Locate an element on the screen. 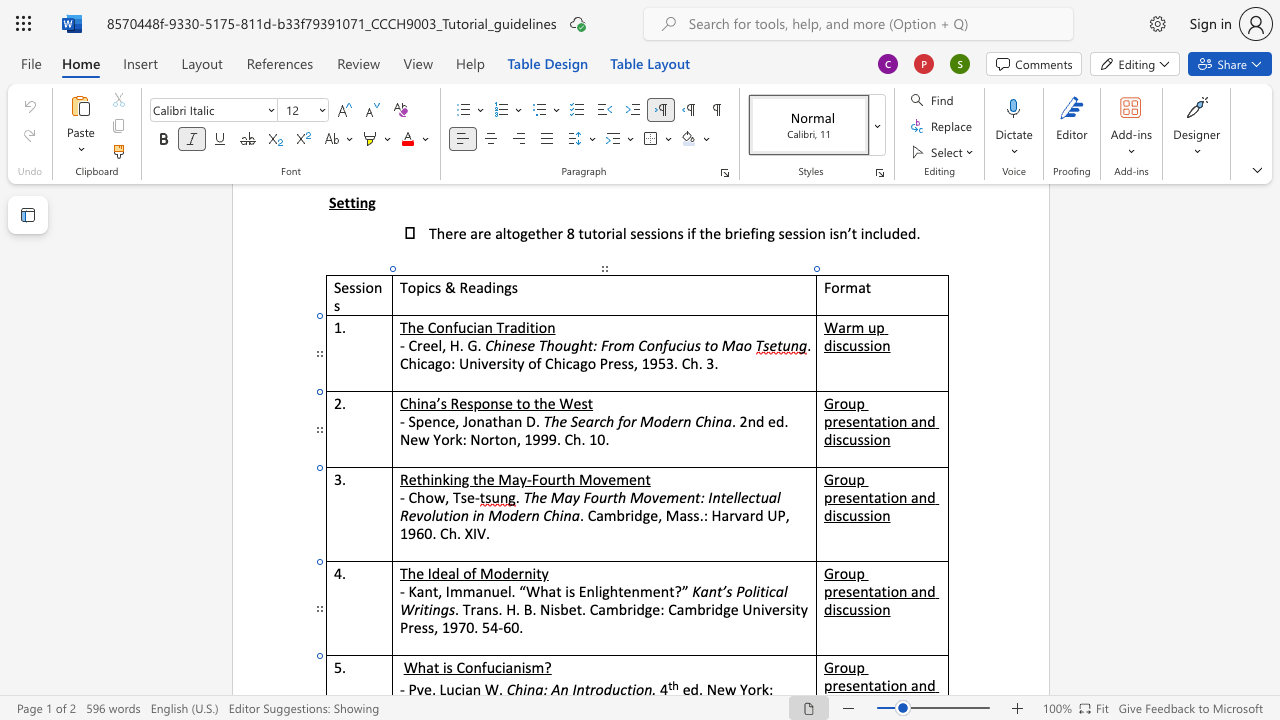 Image resolution: width=1280 pixels, height=720 pixels. the space between the continuous character "t" and "i" in the text is located at coordinates (885, 590).